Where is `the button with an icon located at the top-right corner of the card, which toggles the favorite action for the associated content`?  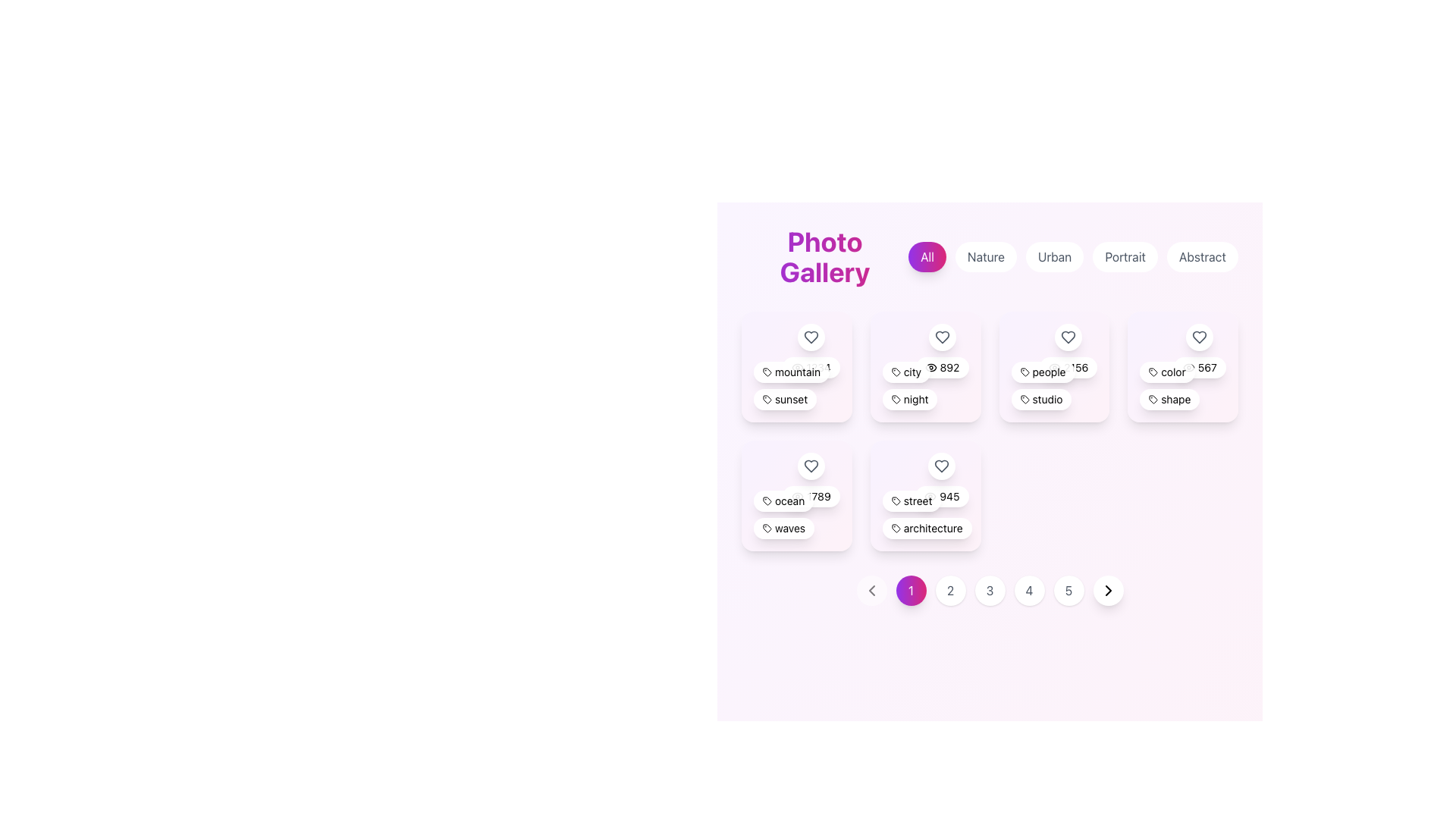 the button with an icon located at the top-right corner of the card, which toggles the favorite action for the associated content is located at coordinates (810, 350).